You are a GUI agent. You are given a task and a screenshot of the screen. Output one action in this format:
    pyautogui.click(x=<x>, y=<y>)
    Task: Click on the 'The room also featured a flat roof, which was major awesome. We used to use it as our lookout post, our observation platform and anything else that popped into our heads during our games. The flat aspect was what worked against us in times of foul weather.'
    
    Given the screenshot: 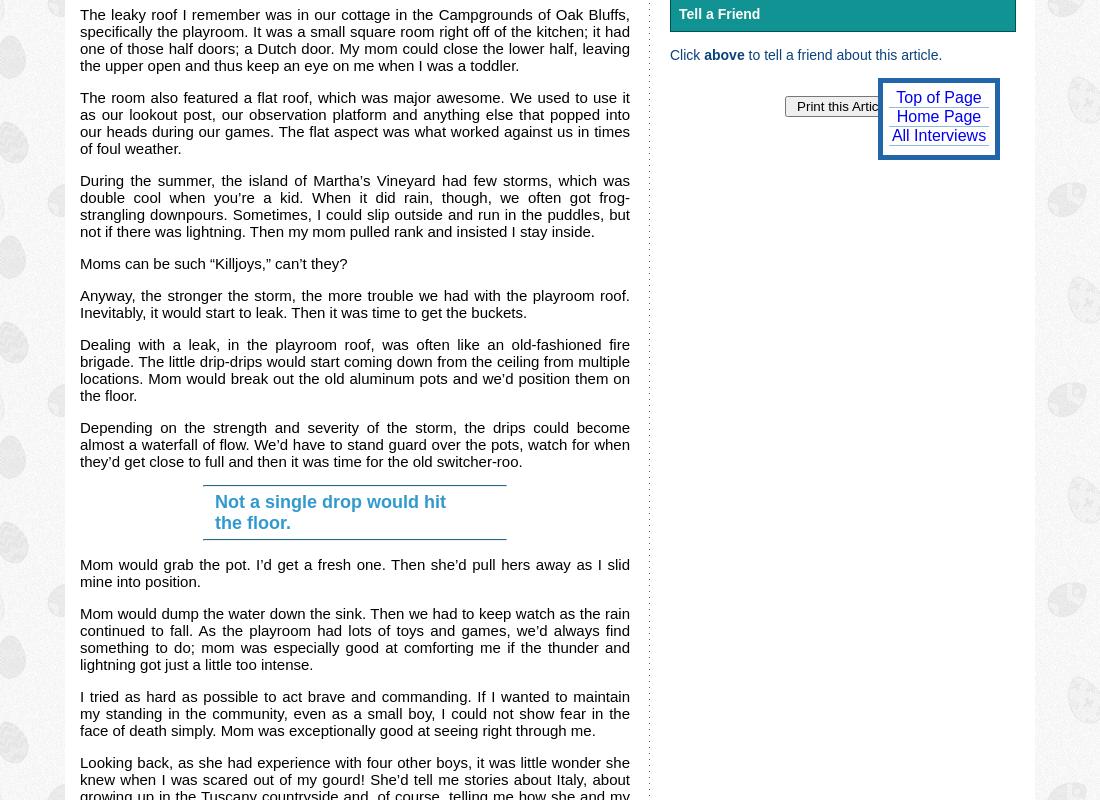 What is the action you would take?
    pyautogui.click(x=354, y=121)
    